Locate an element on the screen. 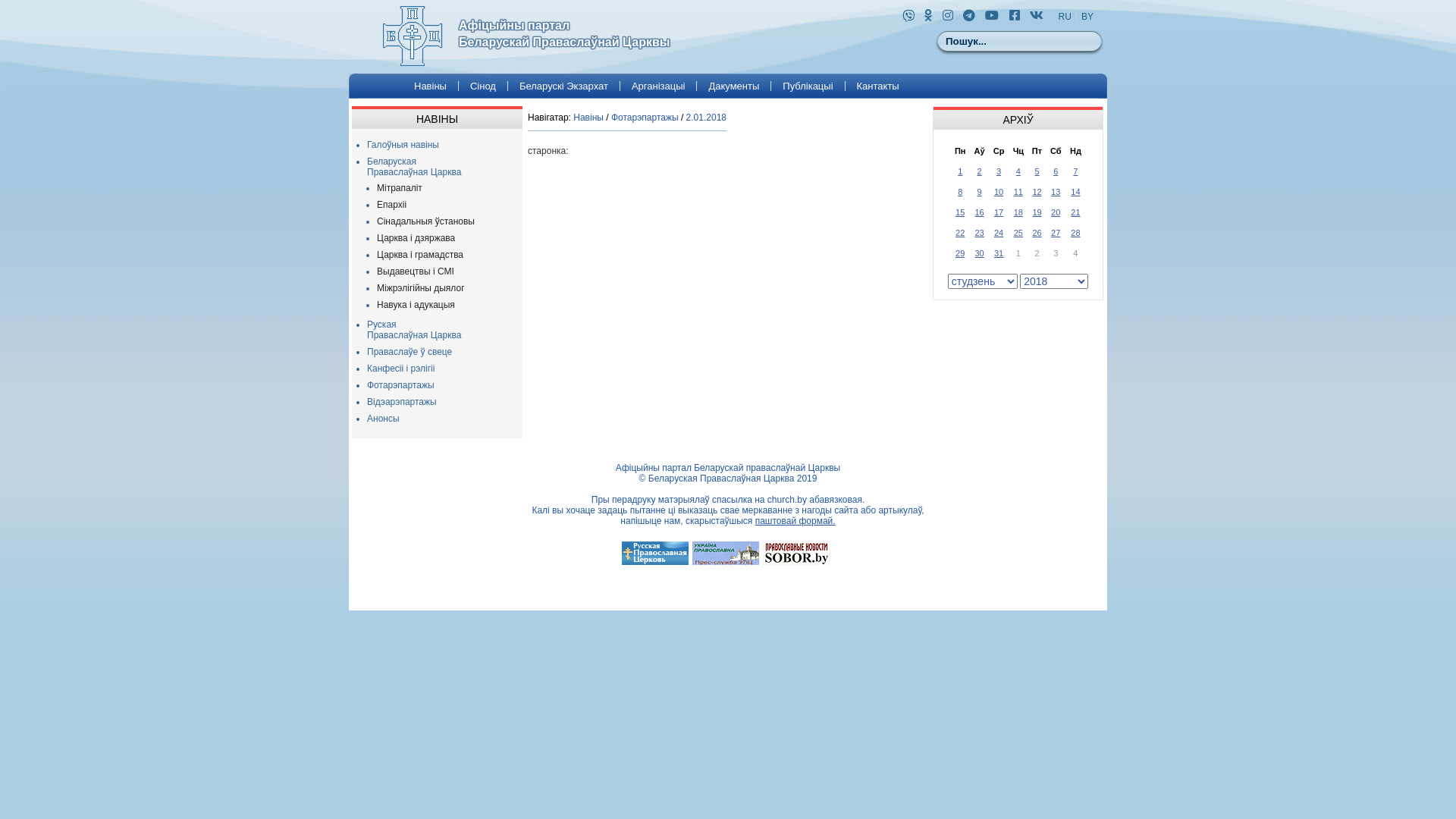 This screenshot has width=1456, height=819. 'BY' is located at coordinates (1087, 17).